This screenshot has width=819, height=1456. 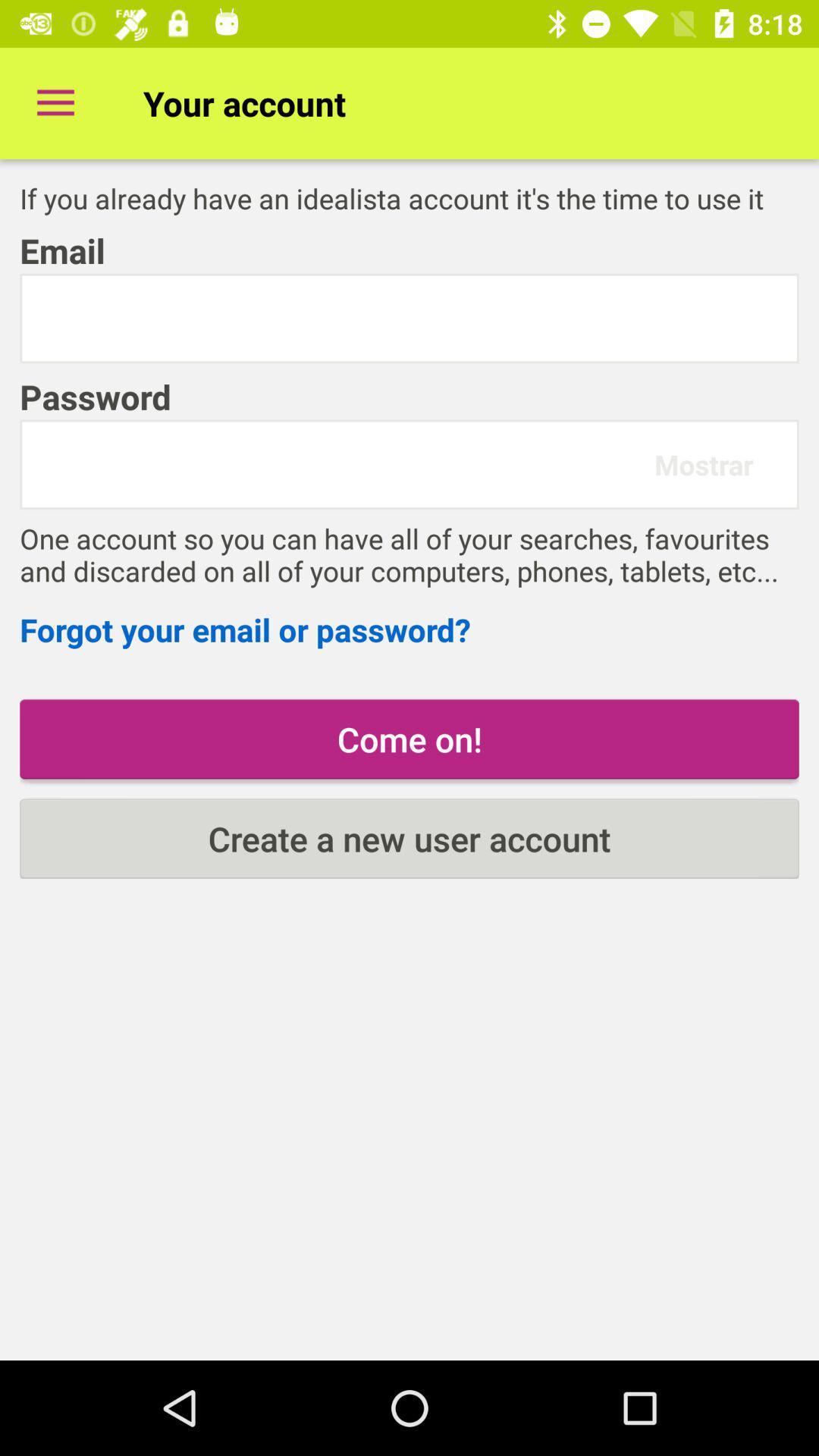 I want to click on type password, so click(x=344, y=463).